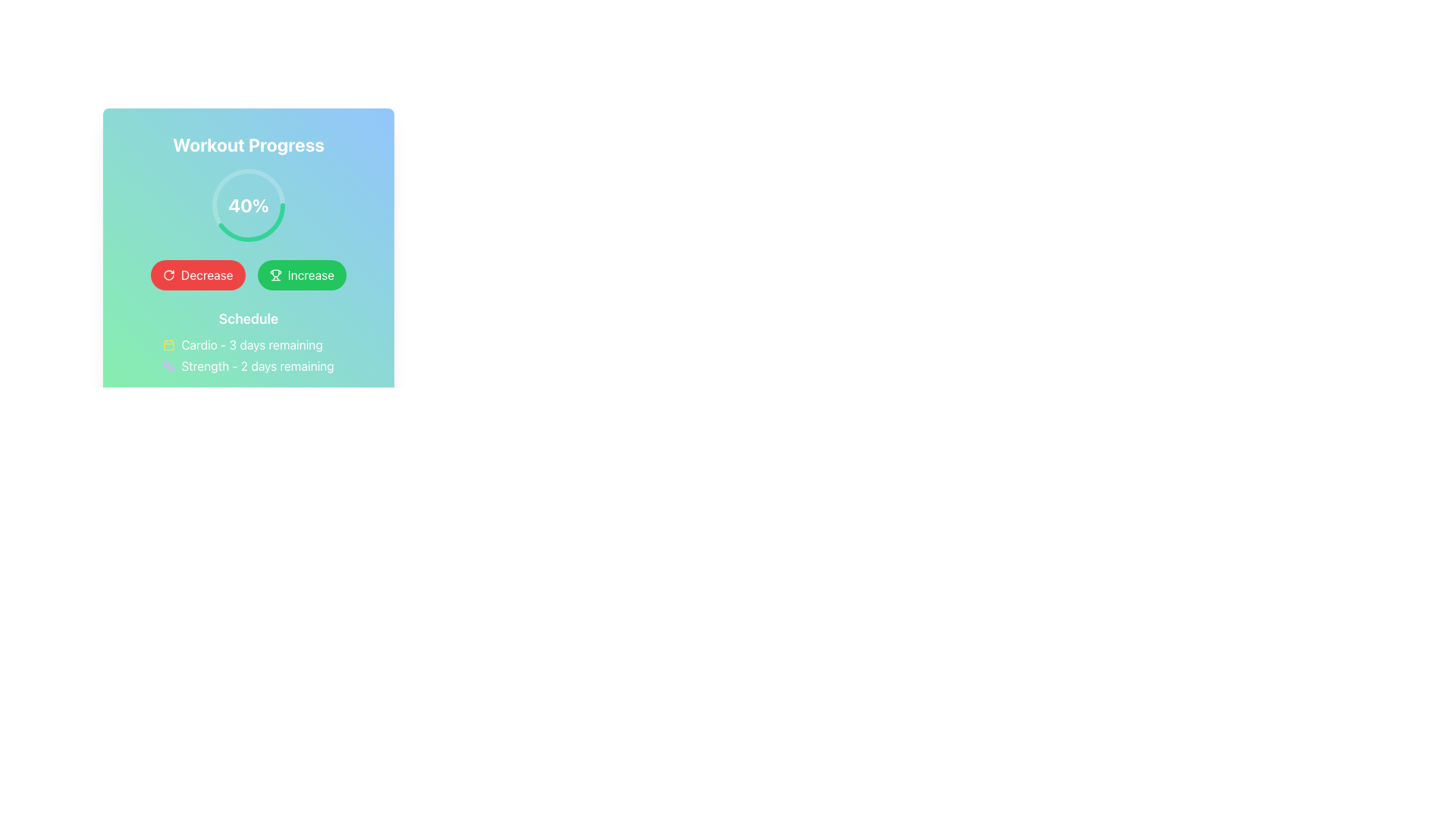 The width and height of the screenshot is (1456, 819). I want to click on the calendar icon located to the left of the text 'Cardio - 3 days remaining' in the 'Schedule' section, so click(169, 345).